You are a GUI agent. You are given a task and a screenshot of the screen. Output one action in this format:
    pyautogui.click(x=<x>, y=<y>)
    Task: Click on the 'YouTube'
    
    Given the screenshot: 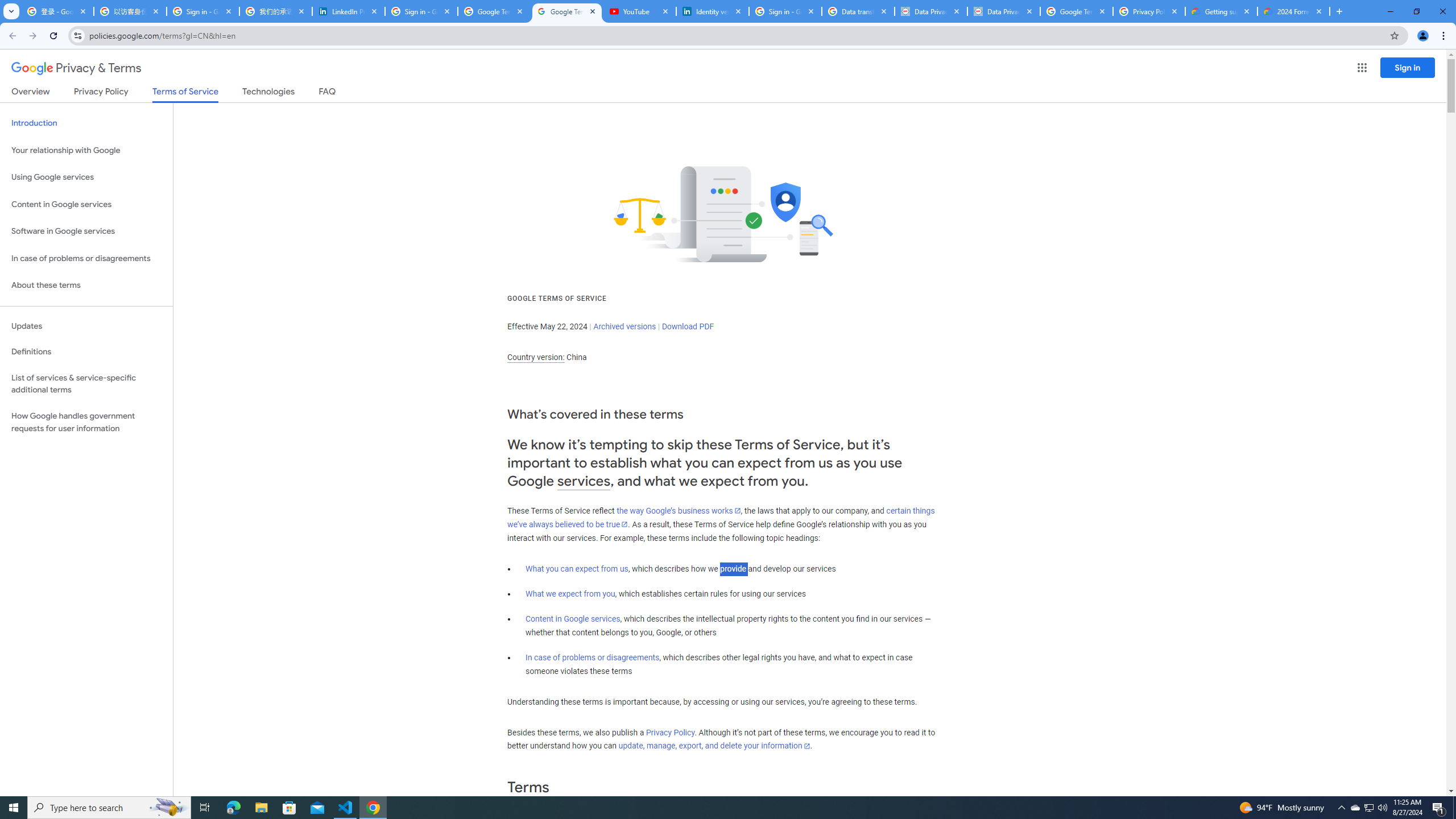 What is the action you would take?
    pyautogui.click(x=640, y=11)
    